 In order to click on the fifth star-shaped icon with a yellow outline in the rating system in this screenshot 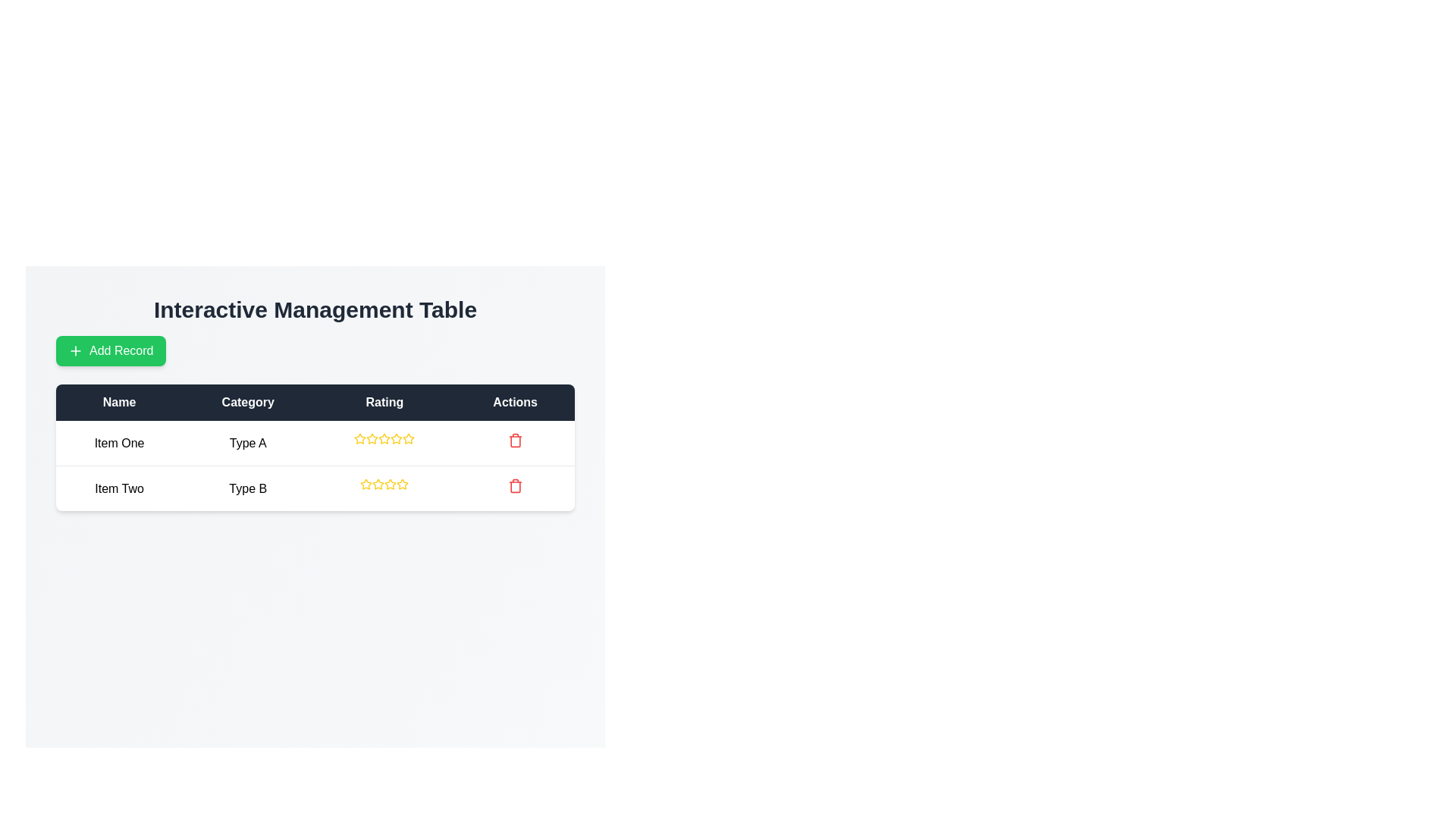, I will do `click(403, 485)`.